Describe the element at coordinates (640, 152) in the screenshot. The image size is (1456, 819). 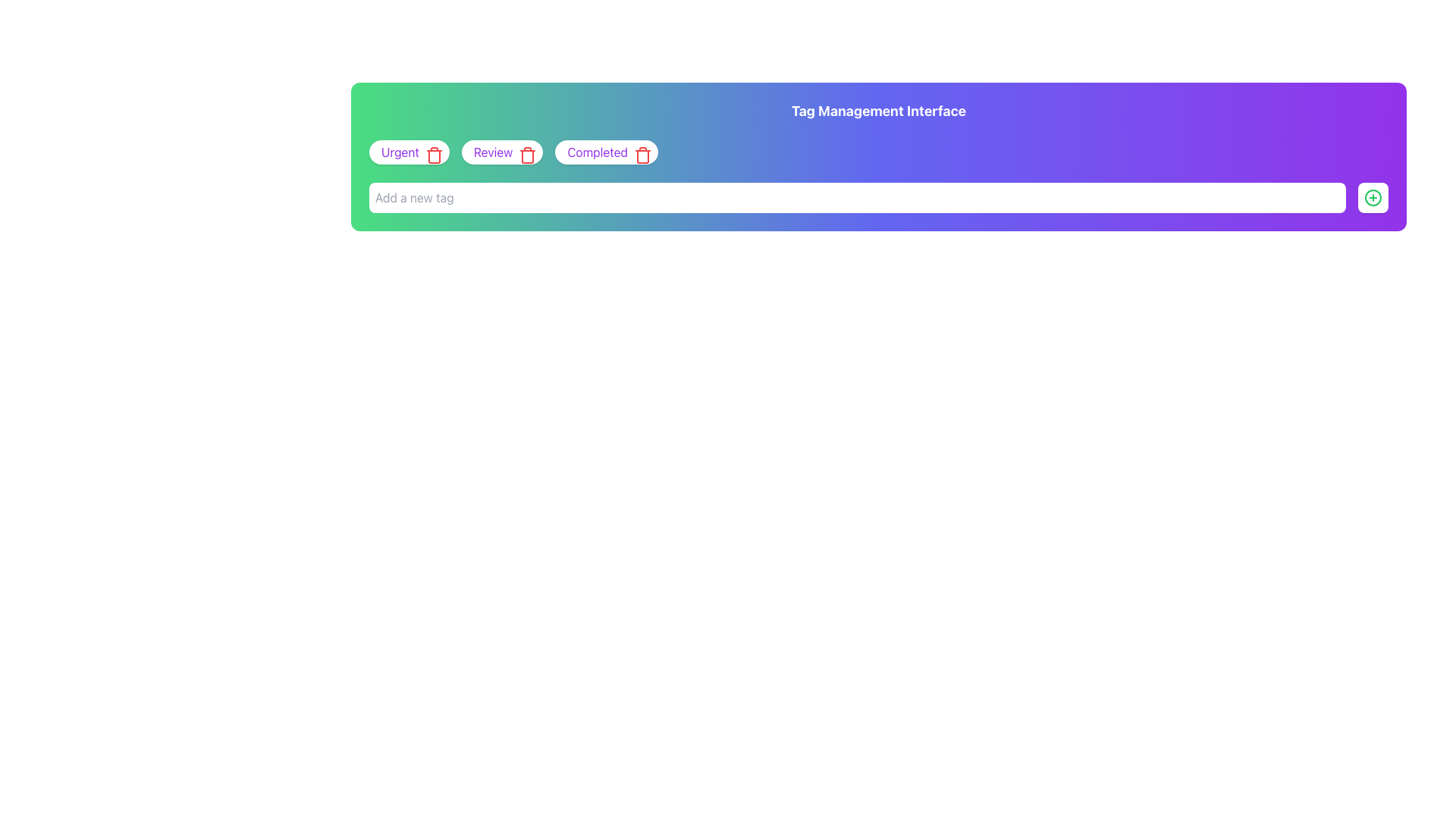
I see `the small trash can icon button, which is light red and located after the 'Completed' label in the button group` at that location.